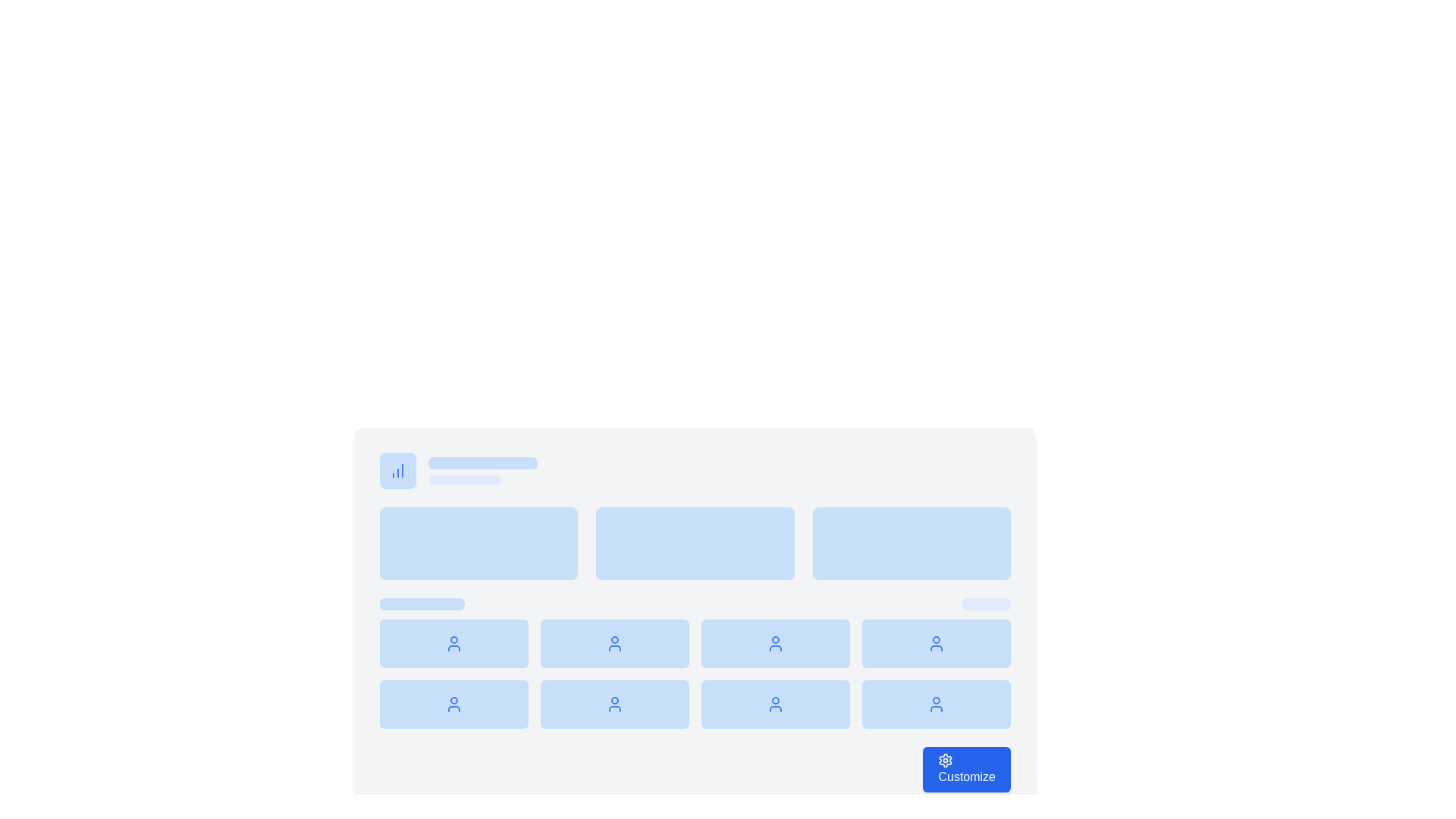  Describe the element at coordinates (482, 470) in the screenshot. I see `the loading placeholder located centrally beneath the main heading area, after it has finished loading` at that location.